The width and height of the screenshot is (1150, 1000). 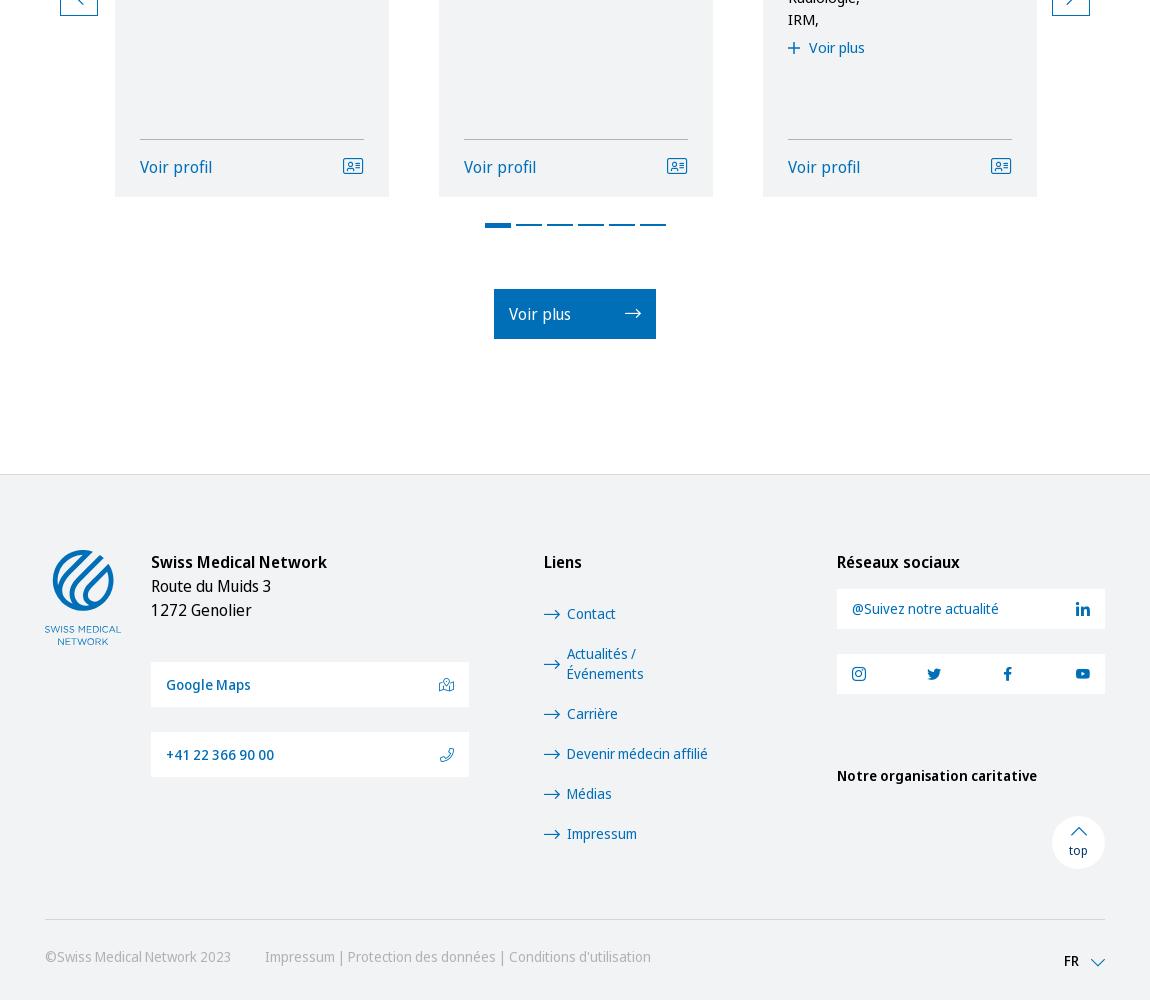 I want to click on 'Route du Muids 3', so click(x=210, y=585).